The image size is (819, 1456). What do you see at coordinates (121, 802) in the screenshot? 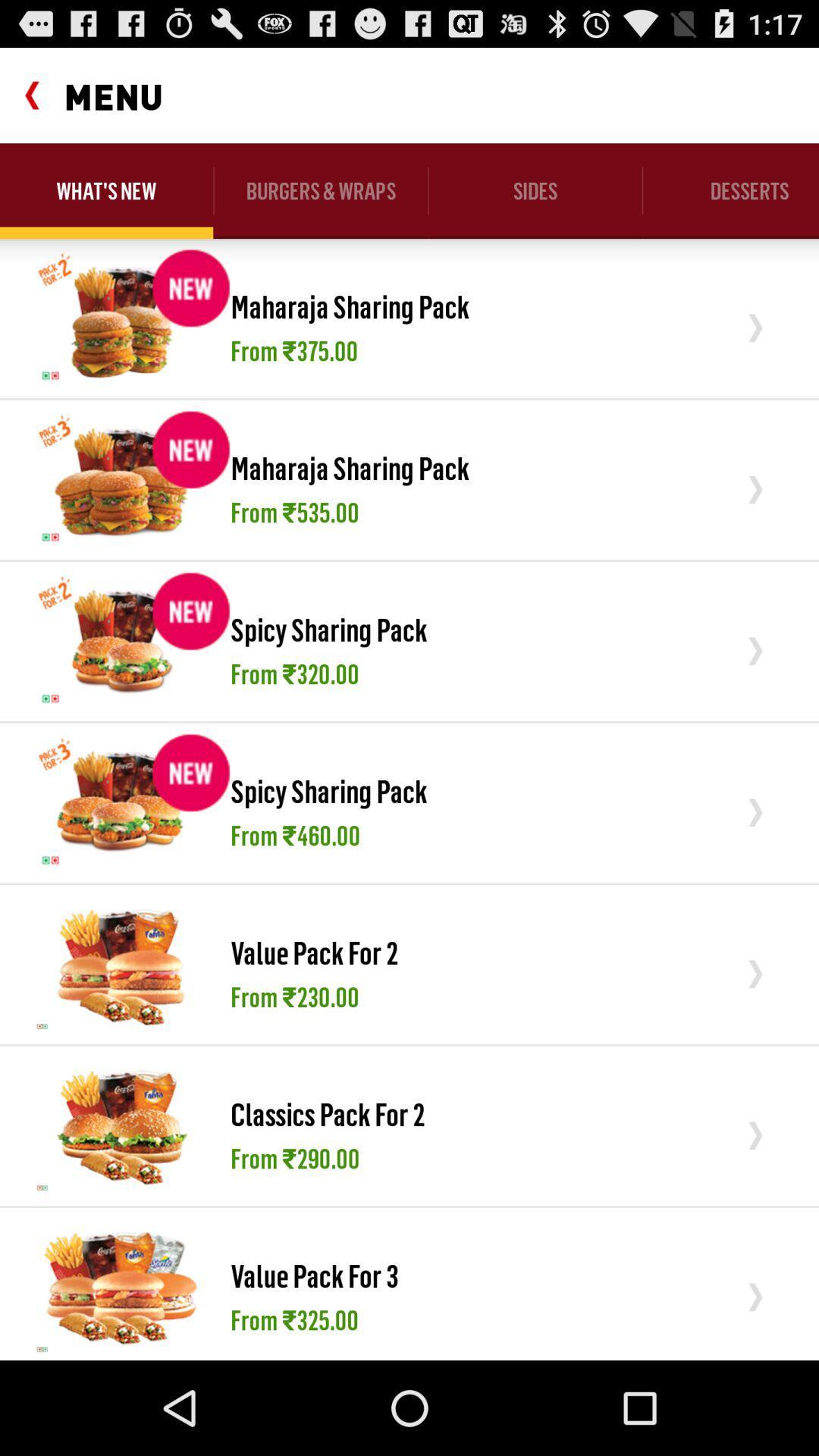
I see `the item next to spicy sharing pack item` at bounding box center [121, 802].